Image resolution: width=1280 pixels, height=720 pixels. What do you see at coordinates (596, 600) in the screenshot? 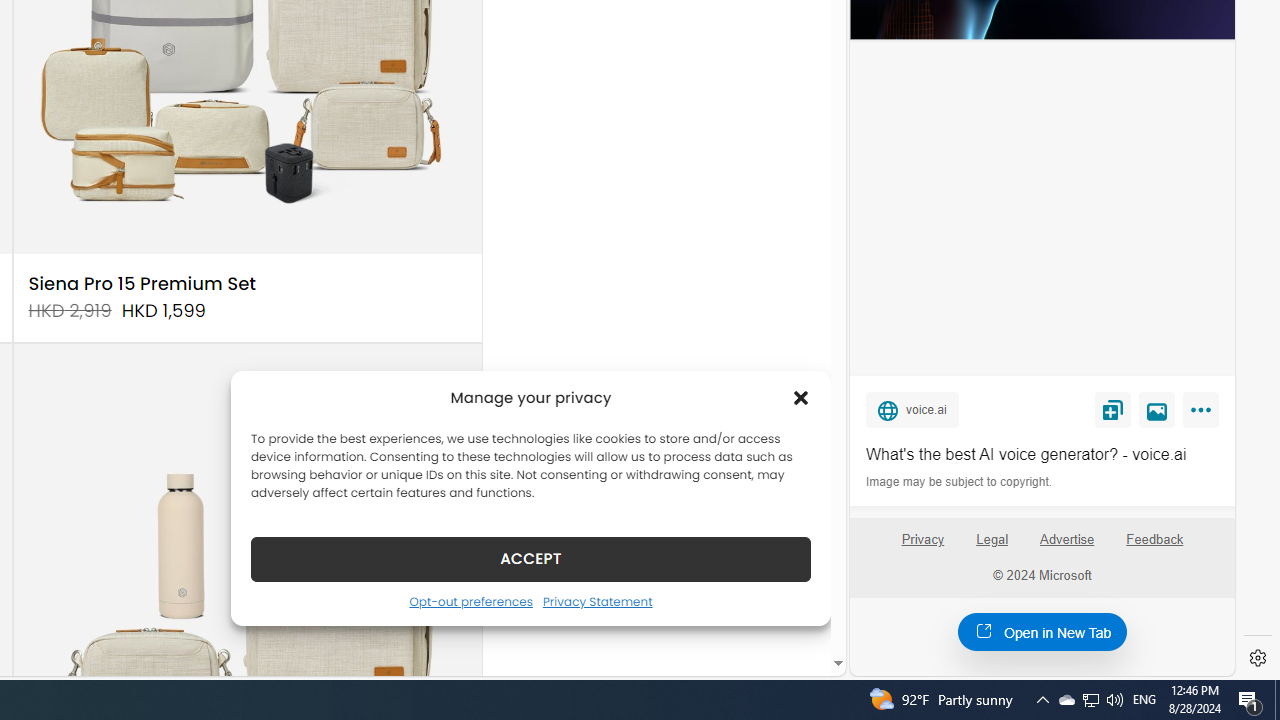
I see `'Privacy Statement'` at bounding box center [596, 600].